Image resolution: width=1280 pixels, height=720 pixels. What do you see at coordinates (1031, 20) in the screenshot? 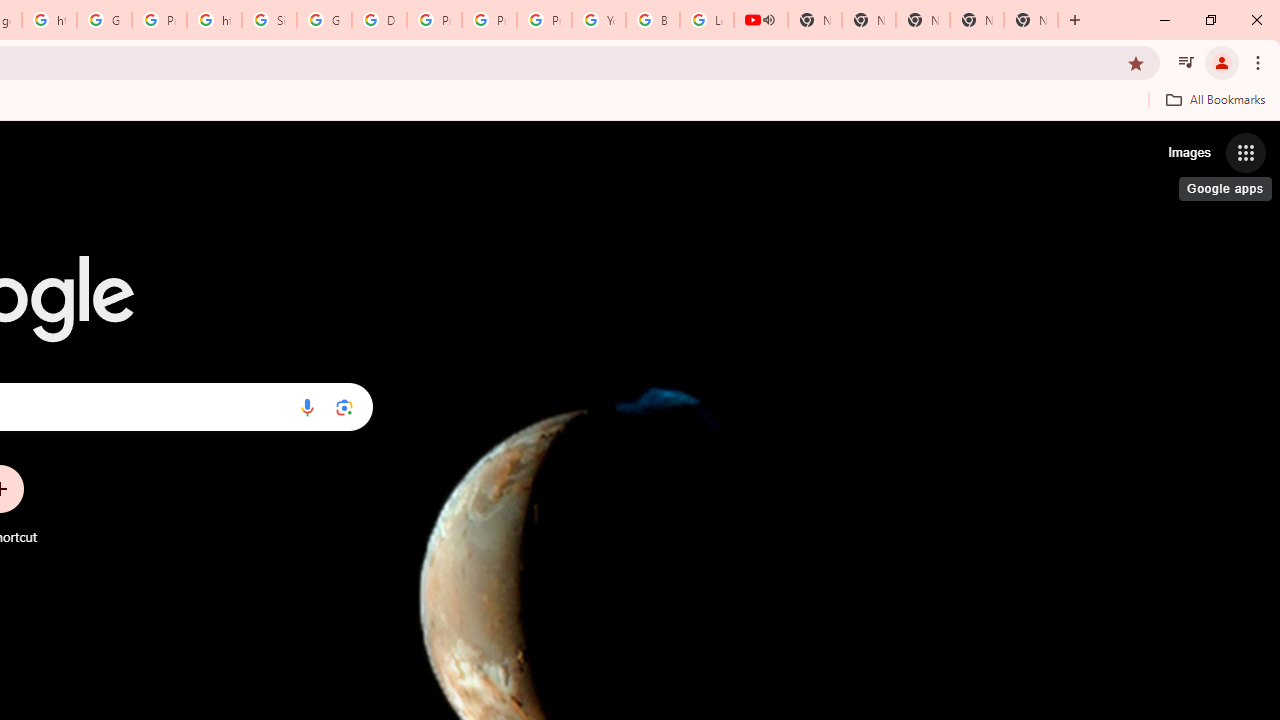
I see `'New Tab'` at bounding box center [1031, 20].